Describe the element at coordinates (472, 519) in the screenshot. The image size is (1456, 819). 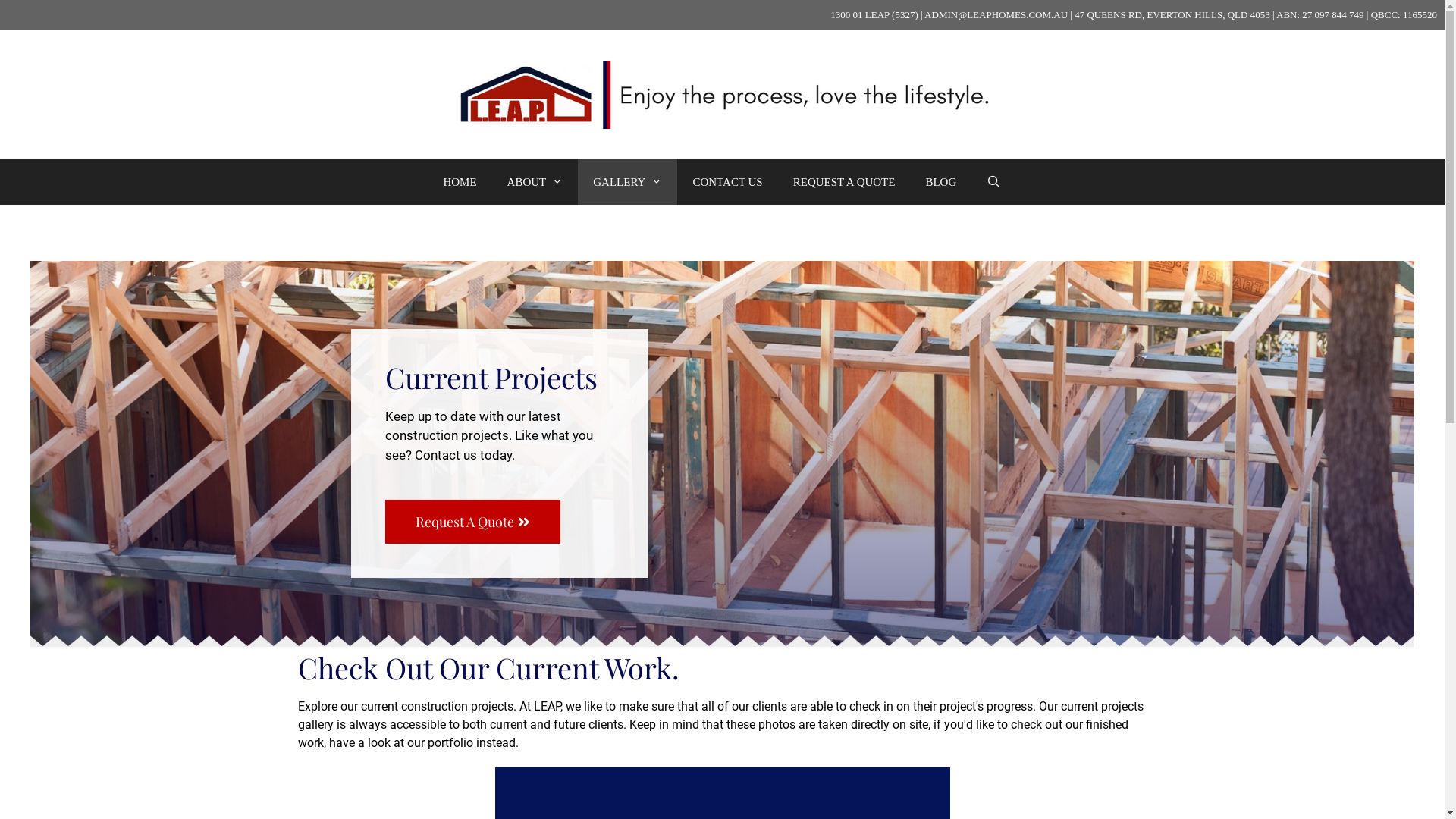
I see `'Request A Quote'` at that location.